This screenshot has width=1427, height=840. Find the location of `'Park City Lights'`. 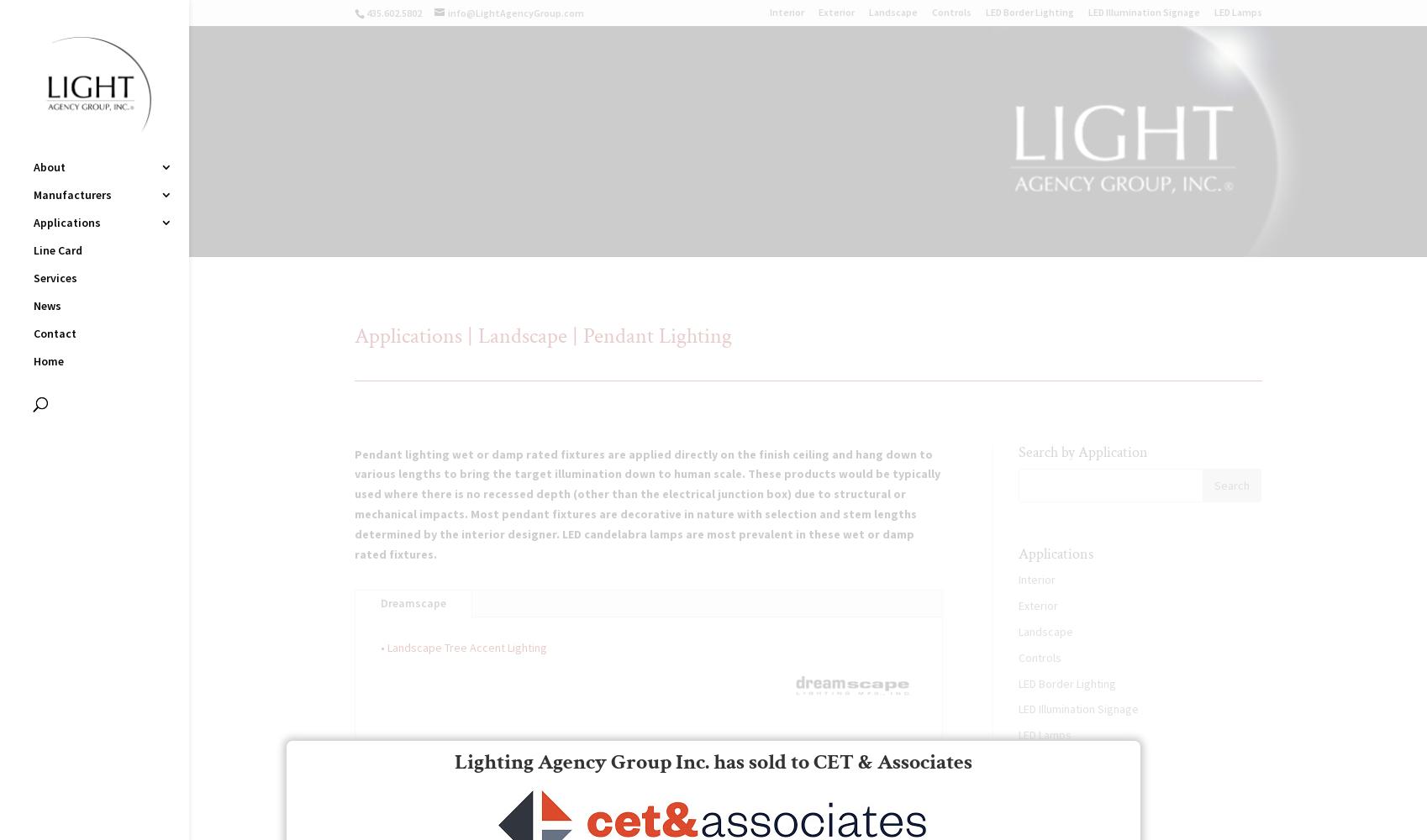

'Park City Lights' is located at coordinates (266, 430).